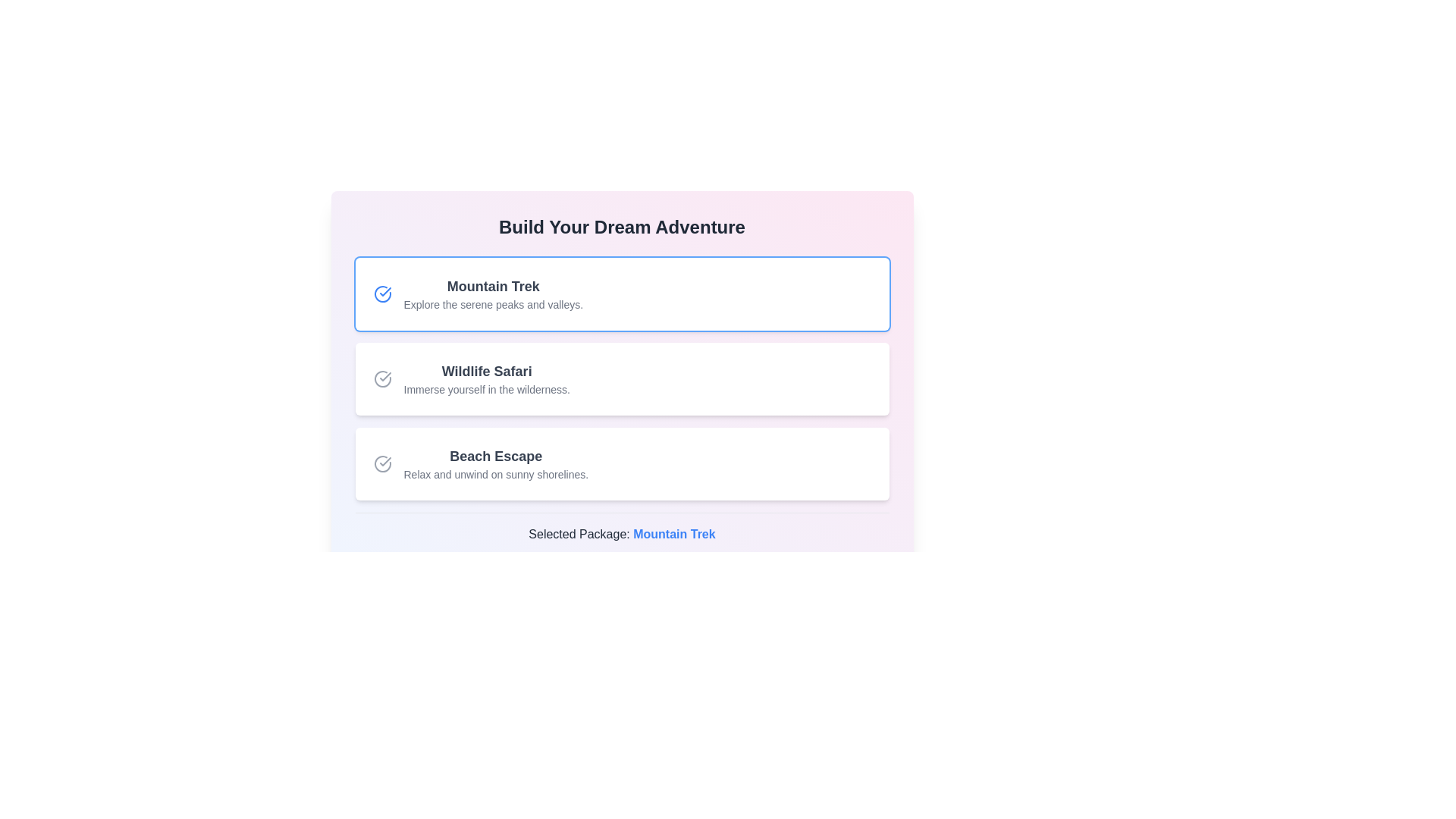 This screenshot has height=819, width=1456. I want to click on the third selectable list item, so click(622, 463).